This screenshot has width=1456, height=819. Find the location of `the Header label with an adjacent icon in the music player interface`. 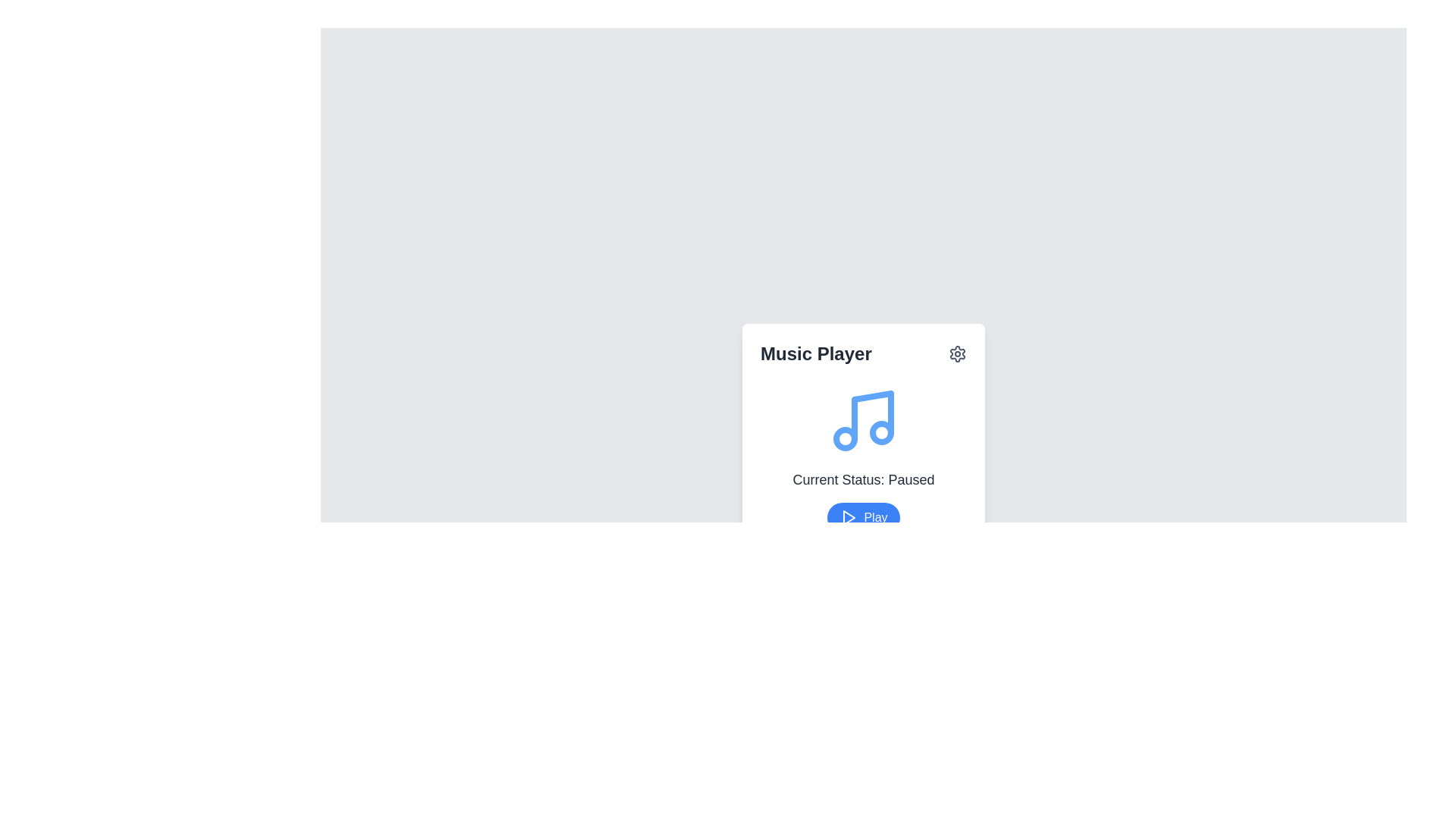

the Header label with an adjacent icon in the music player interface is located at coordinates (863, 353).